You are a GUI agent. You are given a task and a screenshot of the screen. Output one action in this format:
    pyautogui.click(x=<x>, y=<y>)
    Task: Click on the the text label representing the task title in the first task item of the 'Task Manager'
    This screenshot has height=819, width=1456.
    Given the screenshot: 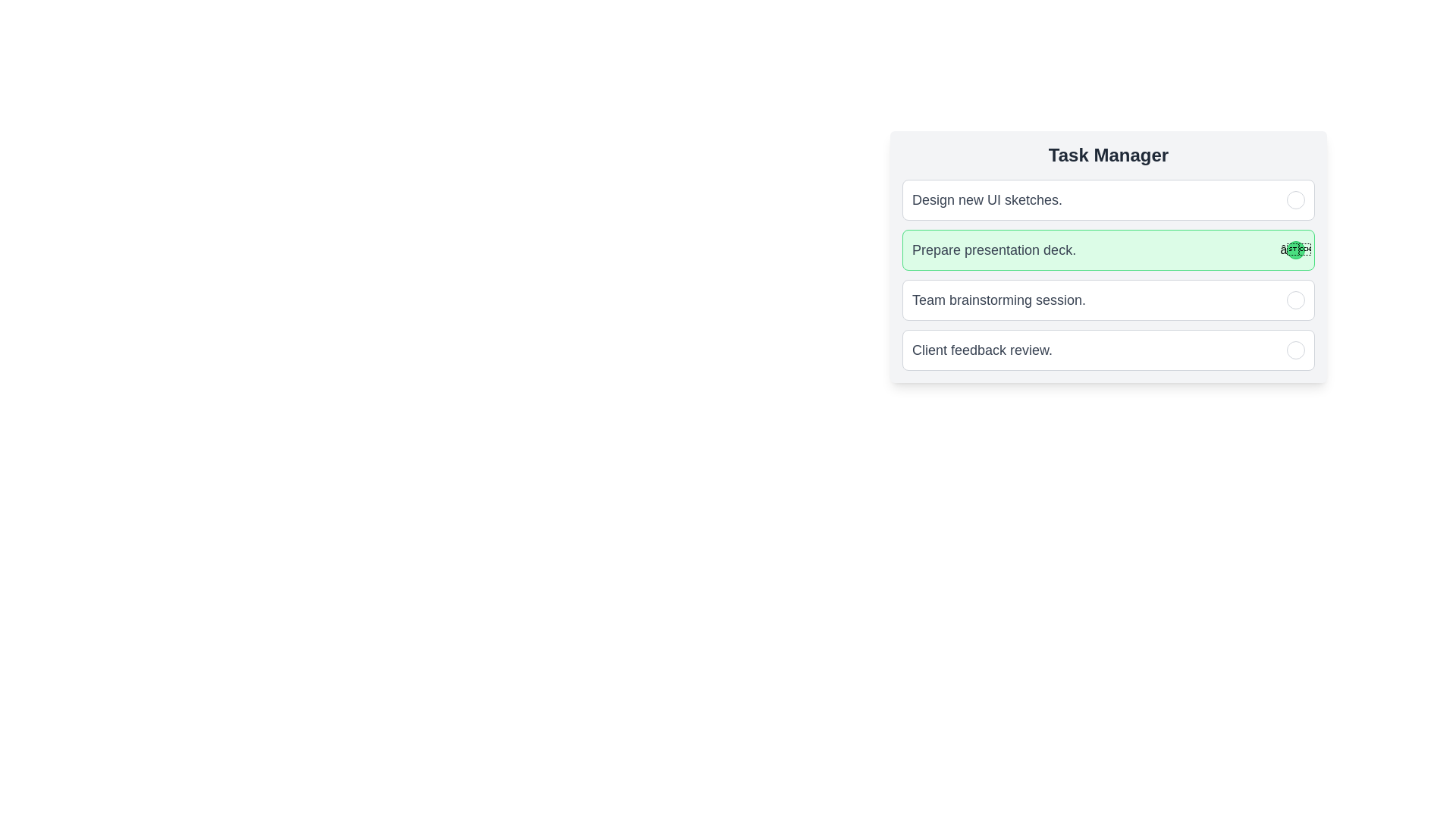 What is the action you would take?
    pyautogui.click(x=987, y=199)
    